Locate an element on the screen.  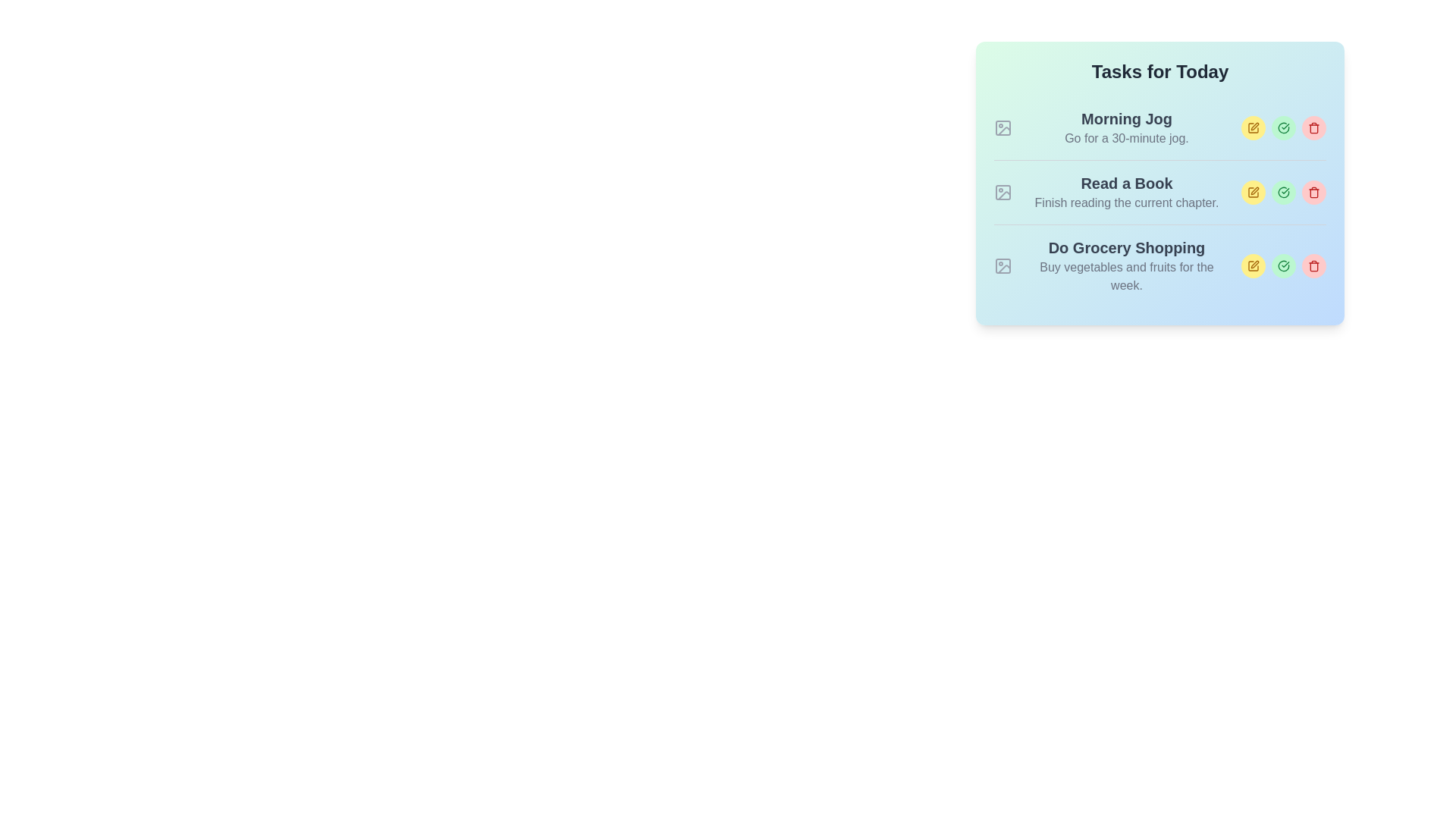
the slanted line in the lower right section of the SVG icon representing a placeholder image is located at coordinates (1004, 268).